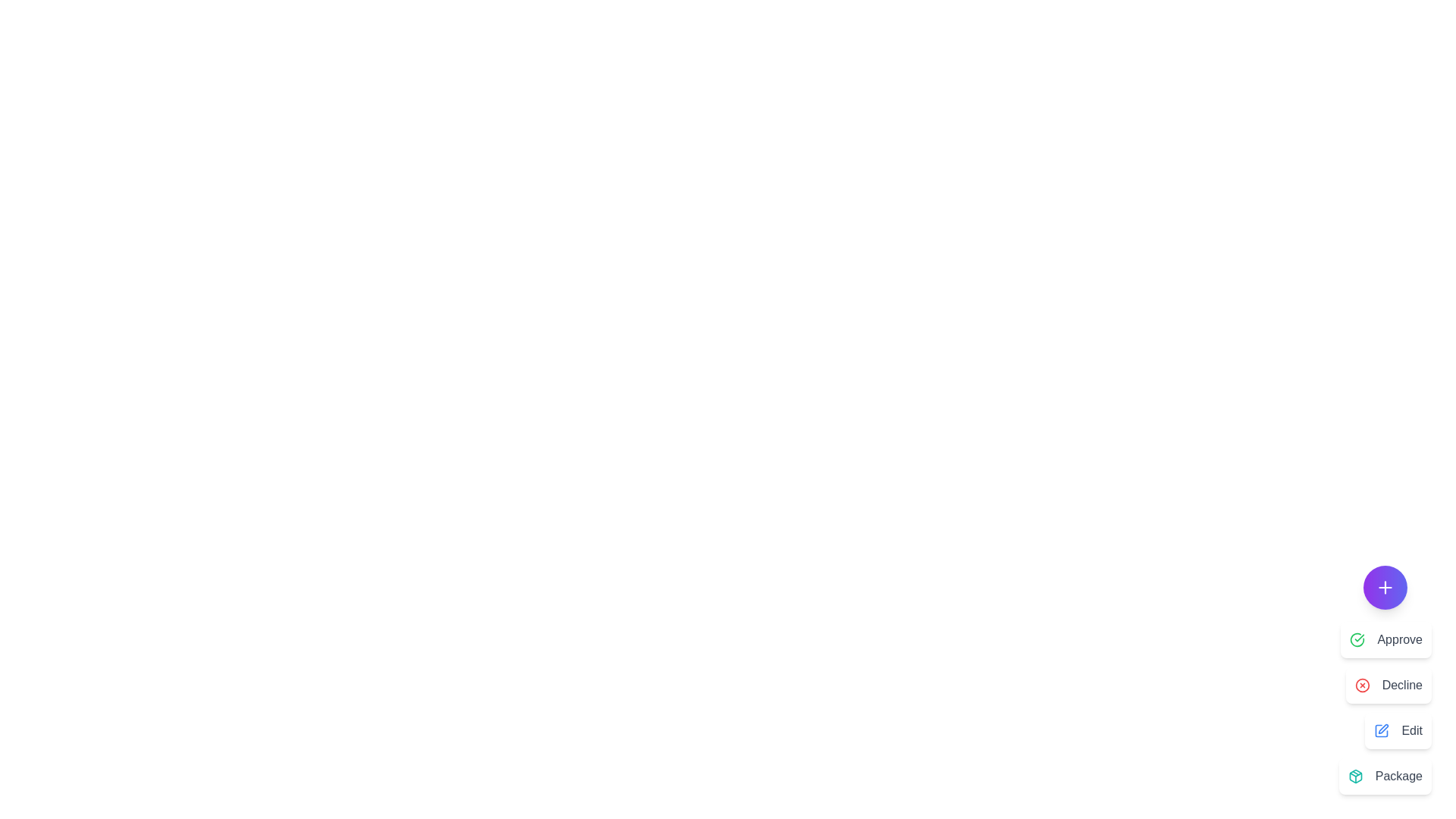  I want to click on the Decline button to activate the Decline action, so click(1388, 685).